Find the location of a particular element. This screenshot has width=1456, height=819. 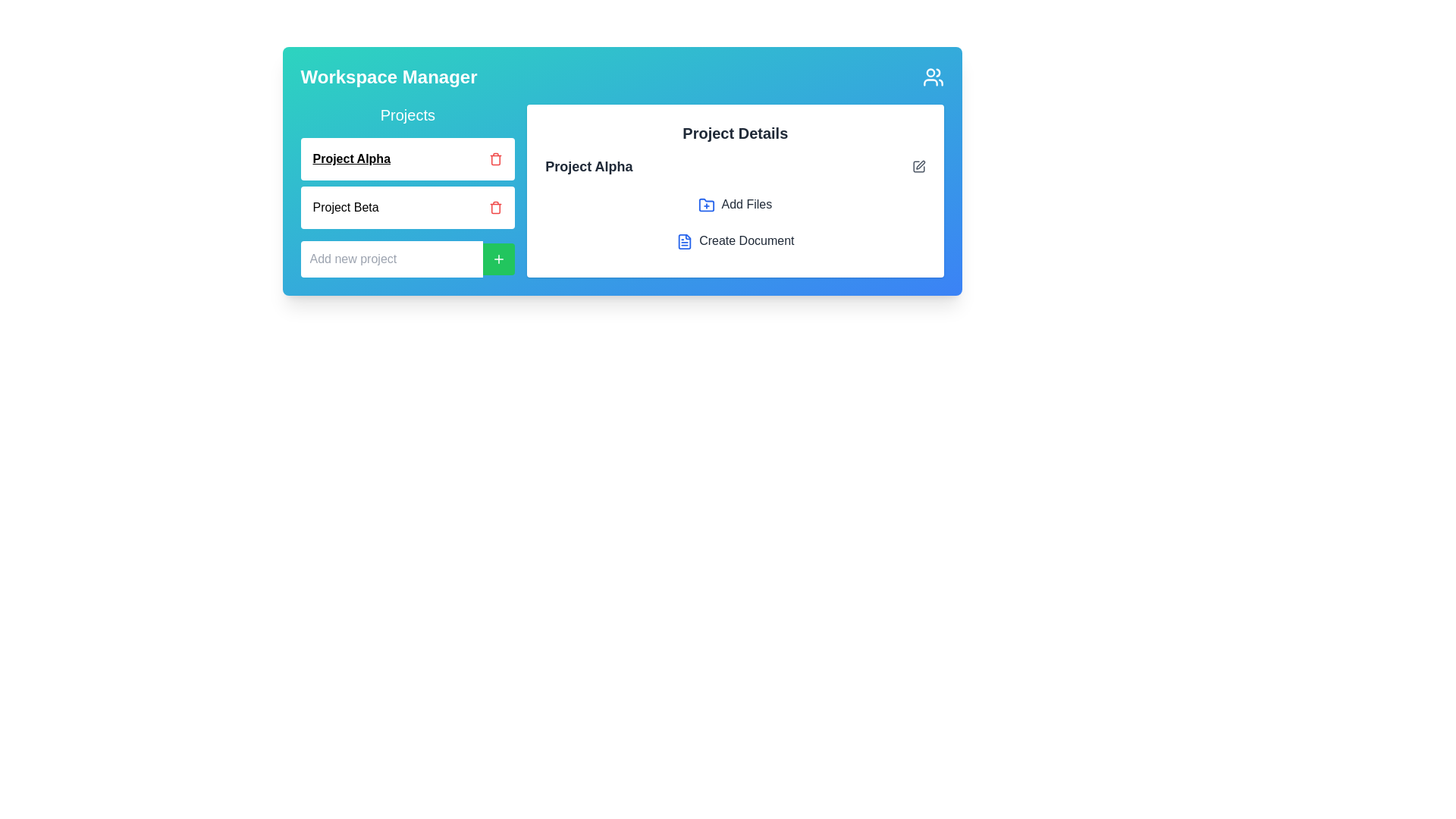

the Text label that serves as a header for the section listing project titles, located below the 'Workspace Manager' header is located at coordinates (407, 114).